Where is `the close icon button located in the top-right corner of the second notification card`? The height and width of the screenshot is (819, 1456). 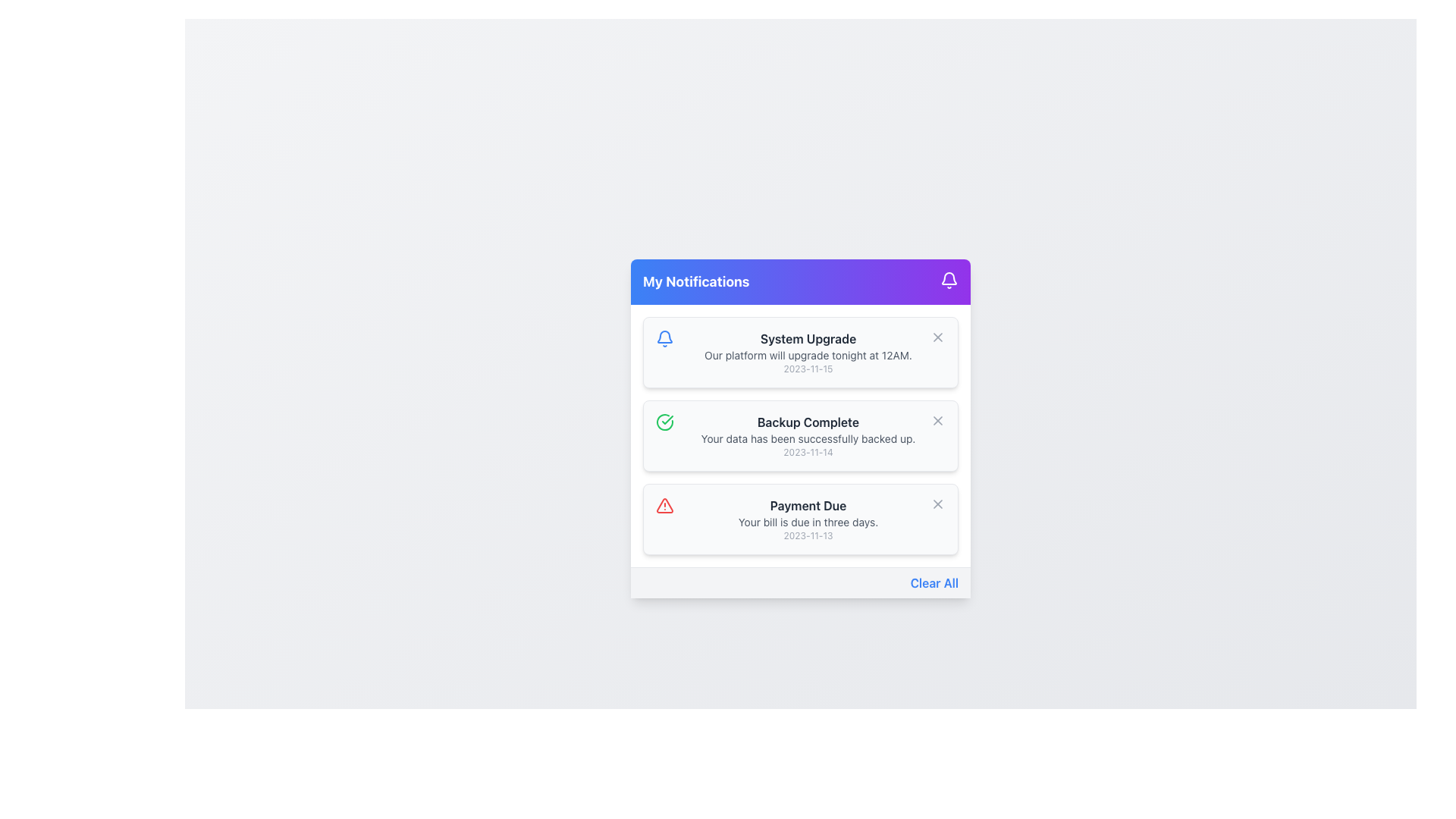
the close icon button located in the top-right corner of the second notification card is located at coordinates (937, 336).